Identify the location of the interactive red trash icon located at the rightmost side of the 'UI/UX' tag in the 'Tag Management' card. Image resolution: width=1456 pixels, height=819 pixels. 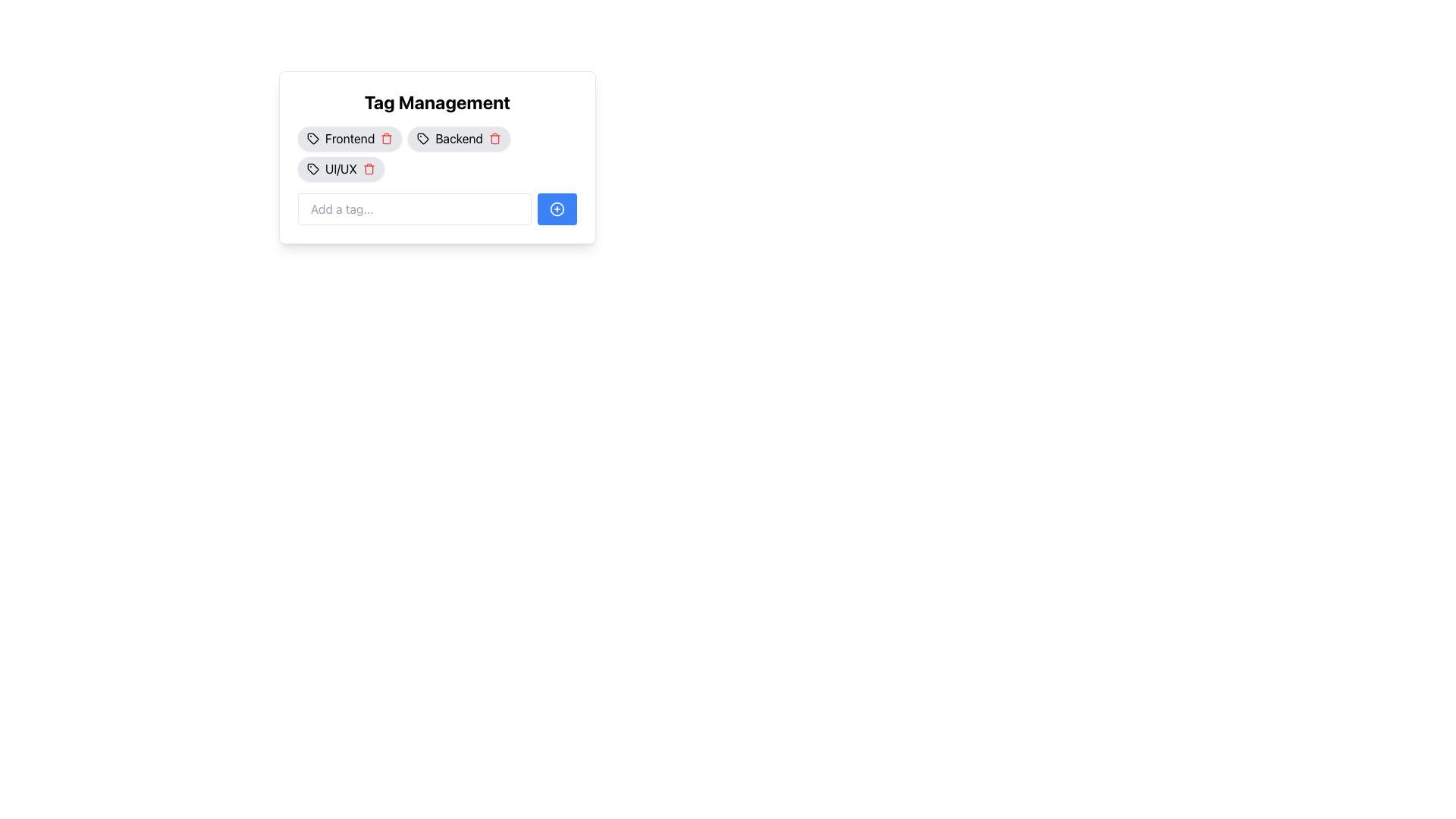
(369, 169).